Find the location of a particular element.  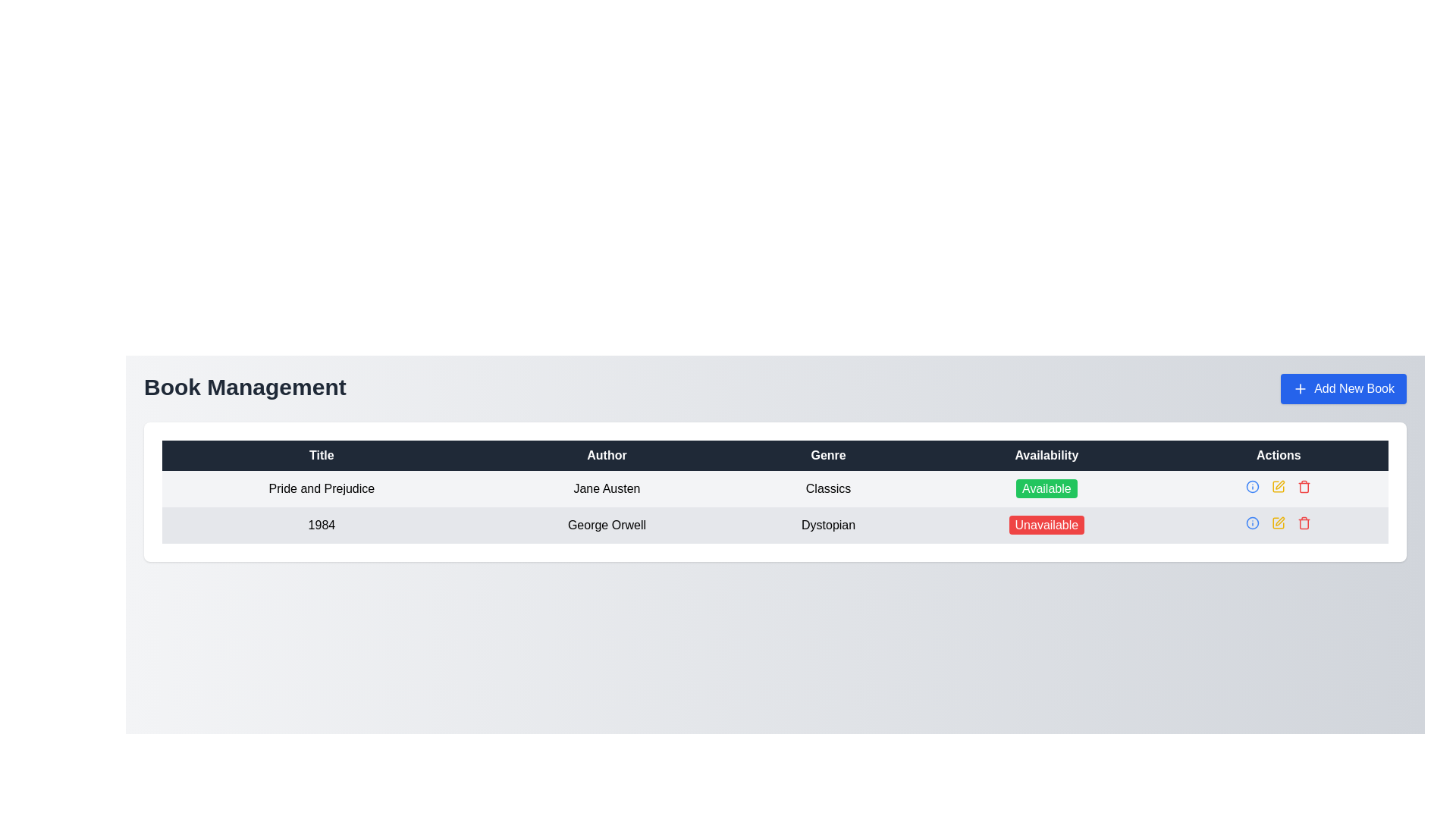

the text label displaying the title 'Pride and Prejudice', which is located in the first cell of the row directly under the table header, adjacent to the 'Author' field showing 'Jane Austen' is located at coordinates (321, 488).